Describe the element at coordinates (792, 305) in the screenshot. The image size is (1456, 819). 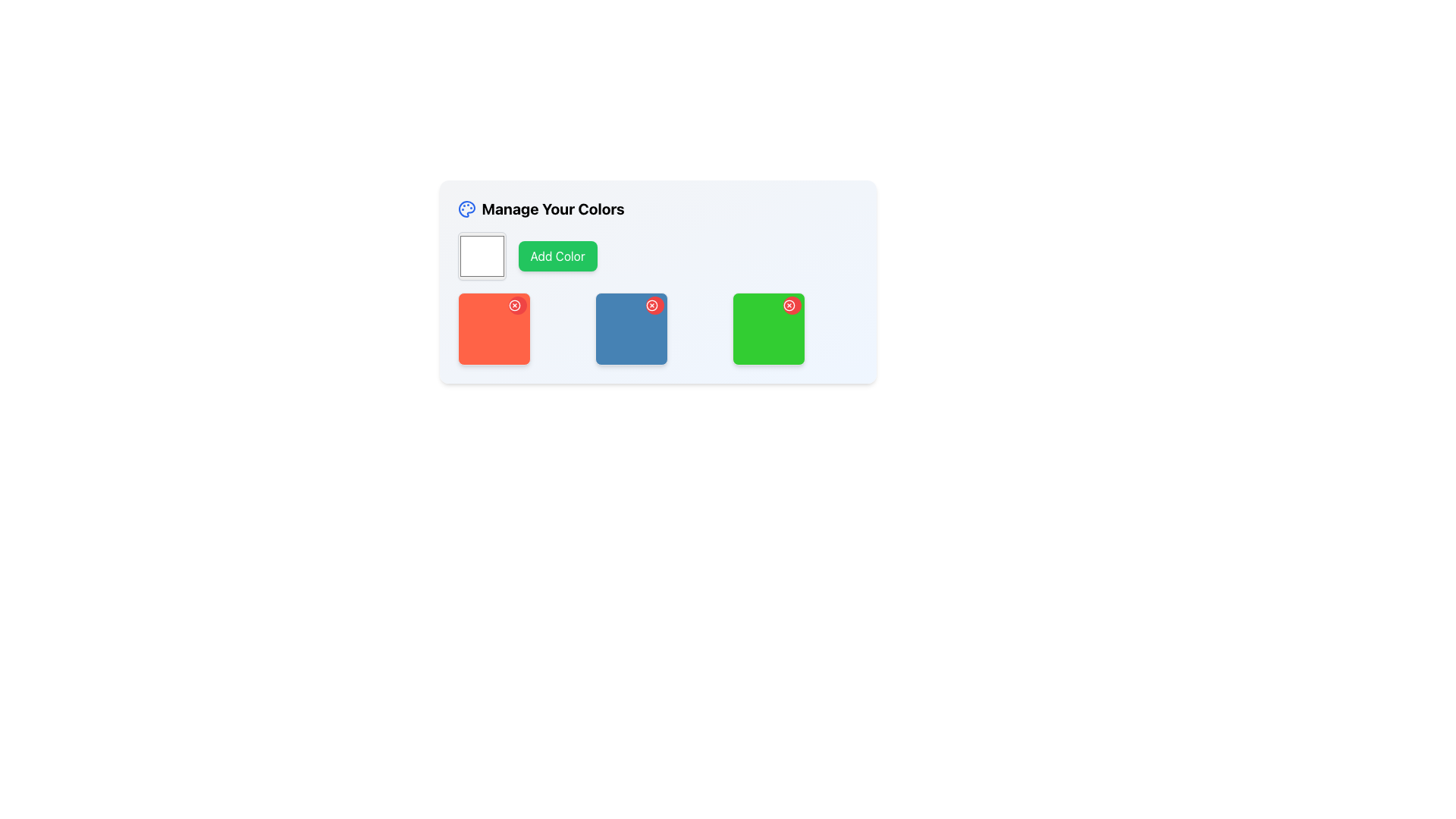
I see `the delete or close button located in the top-right corner of the green square card, which is the third card from the left` at that location.